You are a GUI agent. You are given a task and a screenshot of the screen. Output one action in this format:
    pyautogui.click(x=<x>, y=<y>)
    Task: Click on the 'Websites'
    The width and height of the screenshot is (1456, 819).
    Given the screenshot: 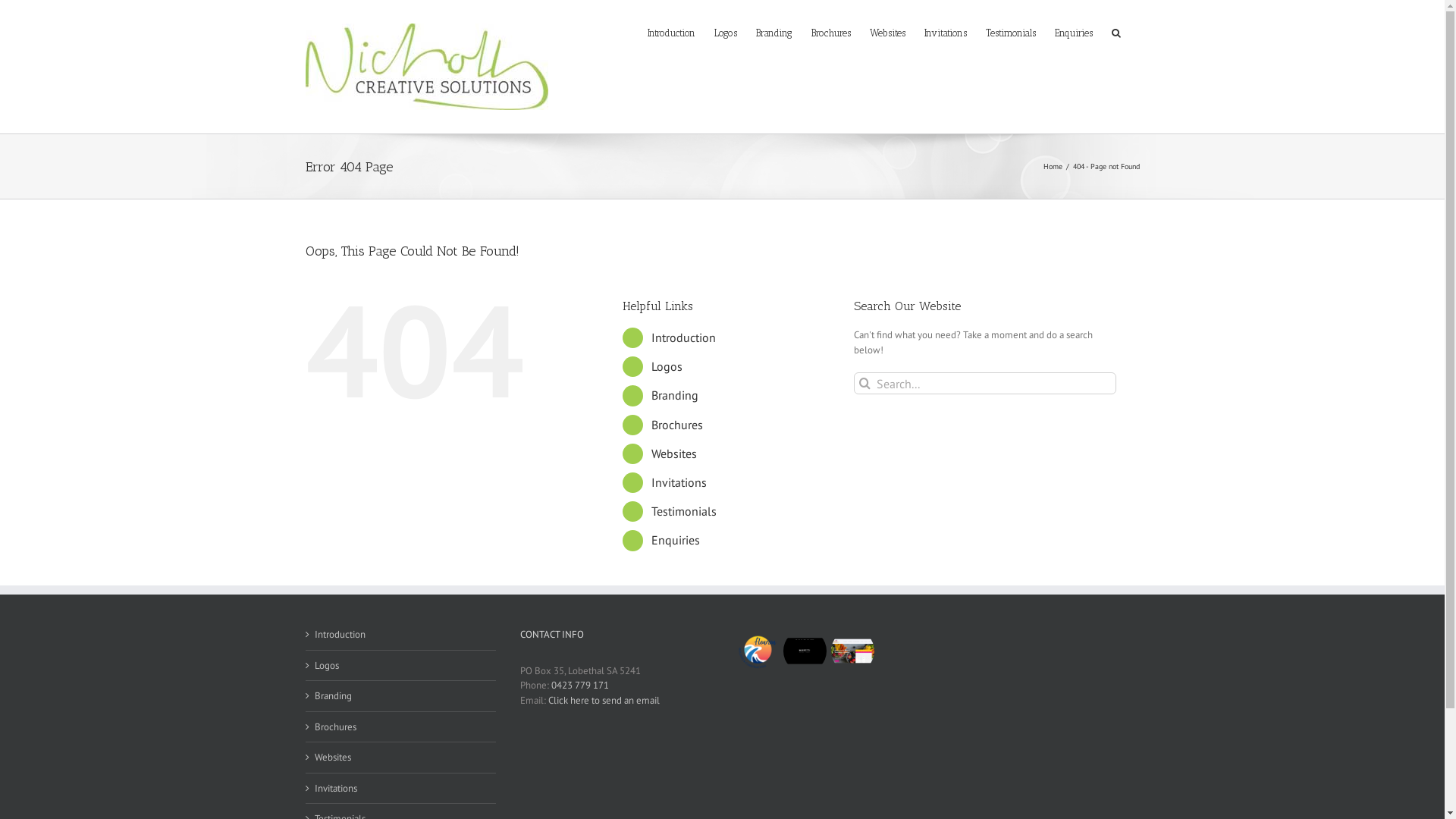 What is the action you would take?
    pyautogui.click(x=651, y=452)
    